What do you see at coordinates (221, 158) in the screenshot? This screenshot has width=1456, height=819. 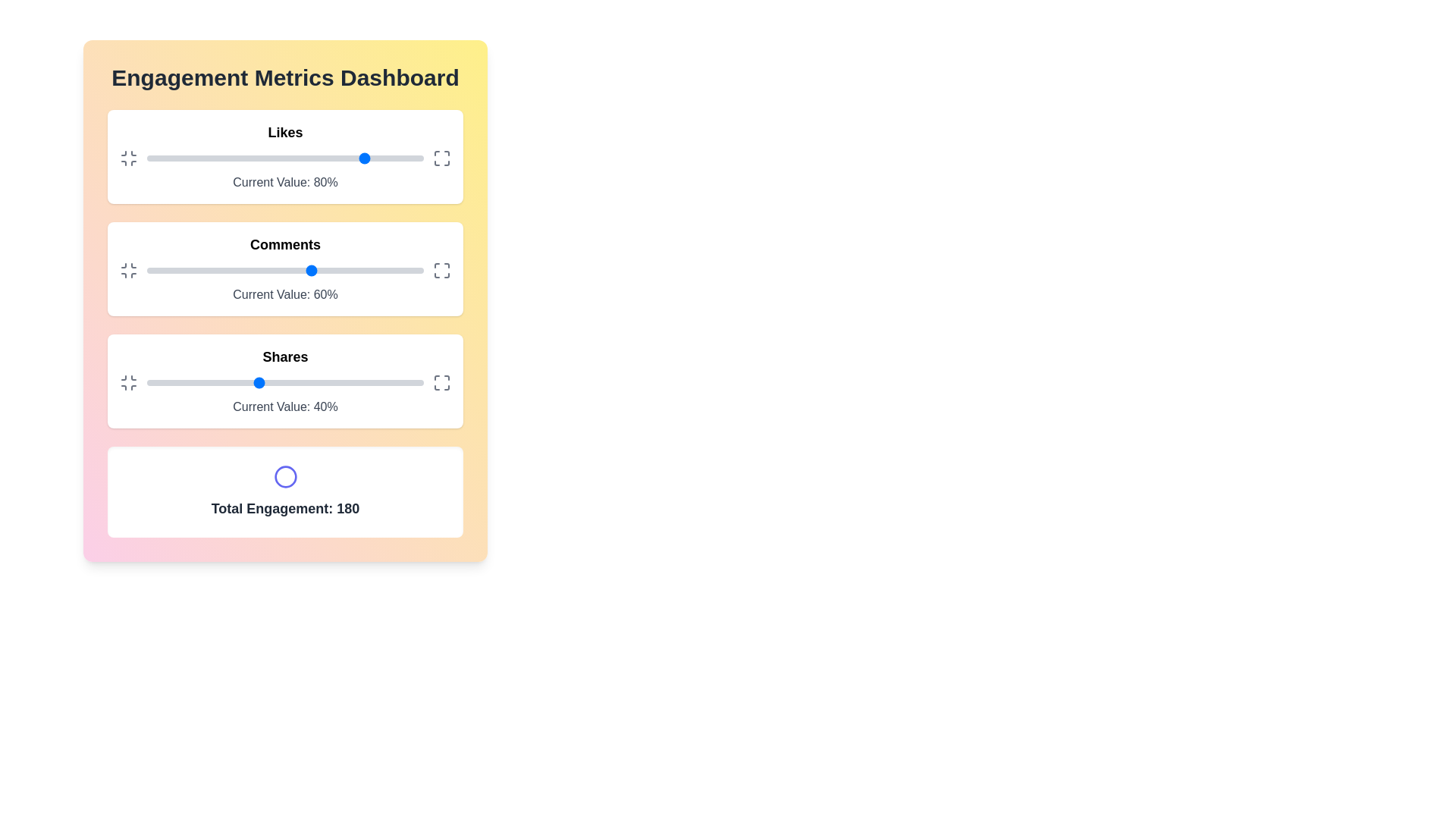 I see `the likes slider` at bounding box center [221, 158].